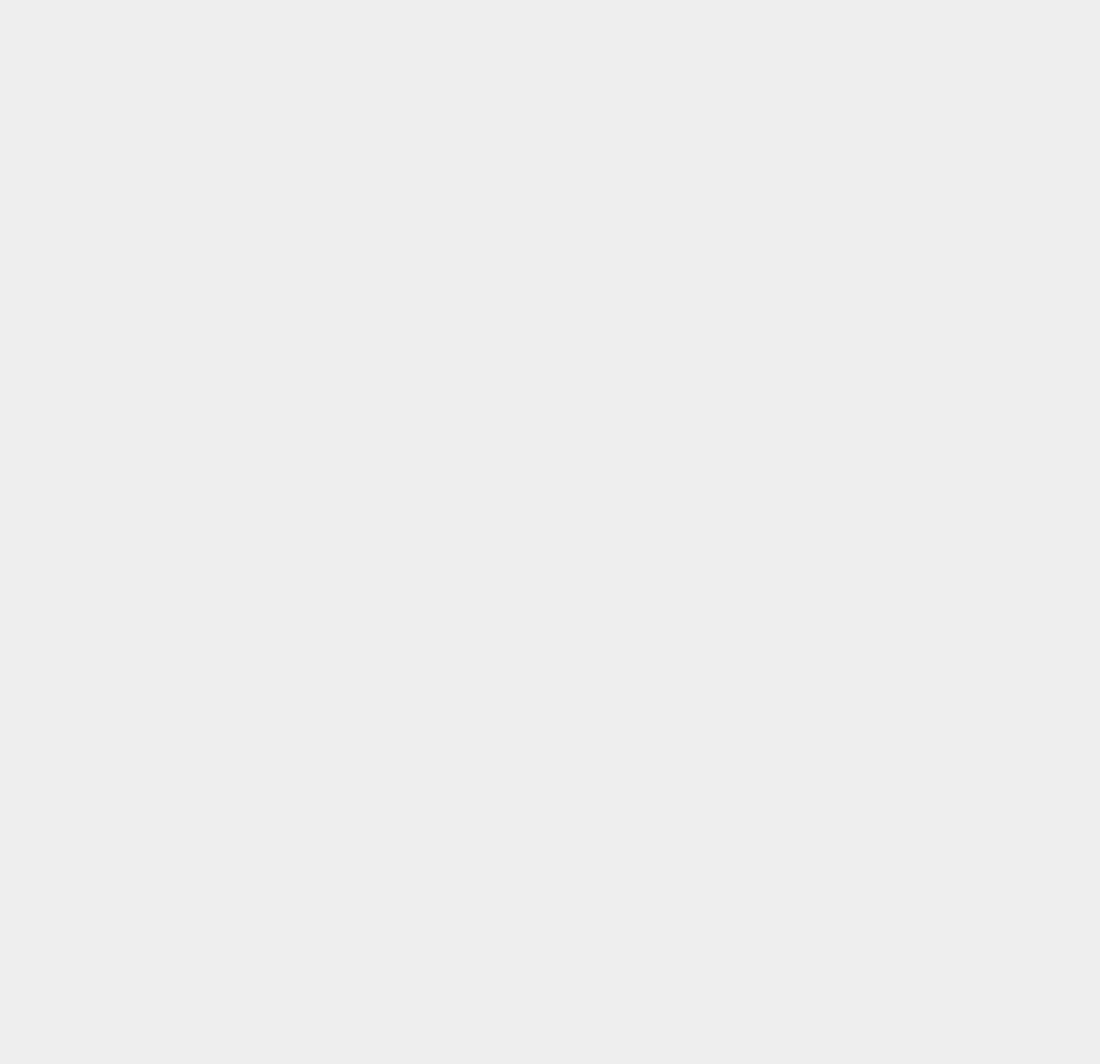  Describe the element at coordinates (820, 333) in the screenshot. I see `'Smartphones'` at that location.